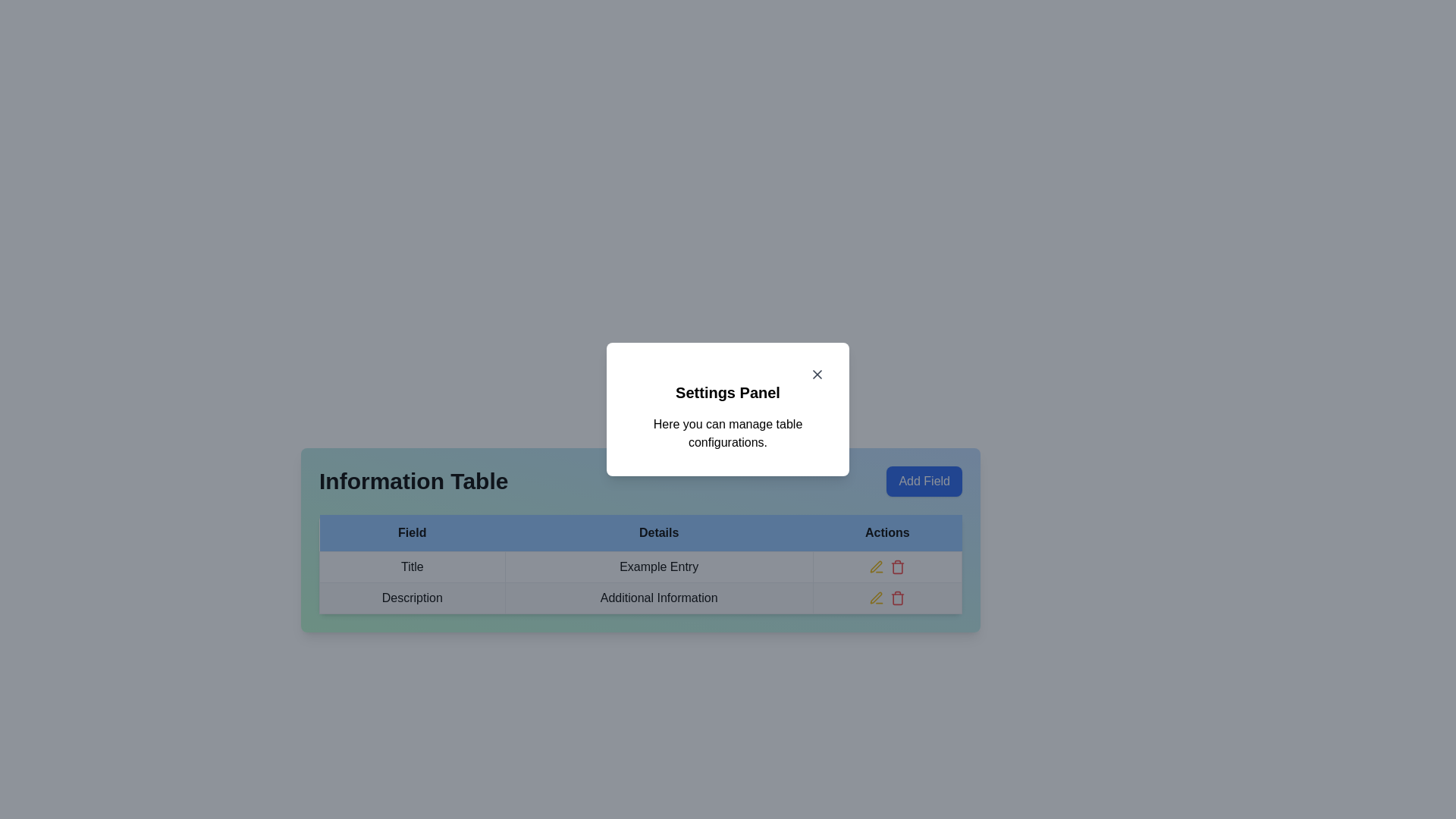 The height and width of the screenshot is (819, 1456). Describe the element at coordinates (640, 532) in the screenshot. I see `the table header row located directly beneath the 'Information Table' section, which contains the column titles for the data below` at that location.